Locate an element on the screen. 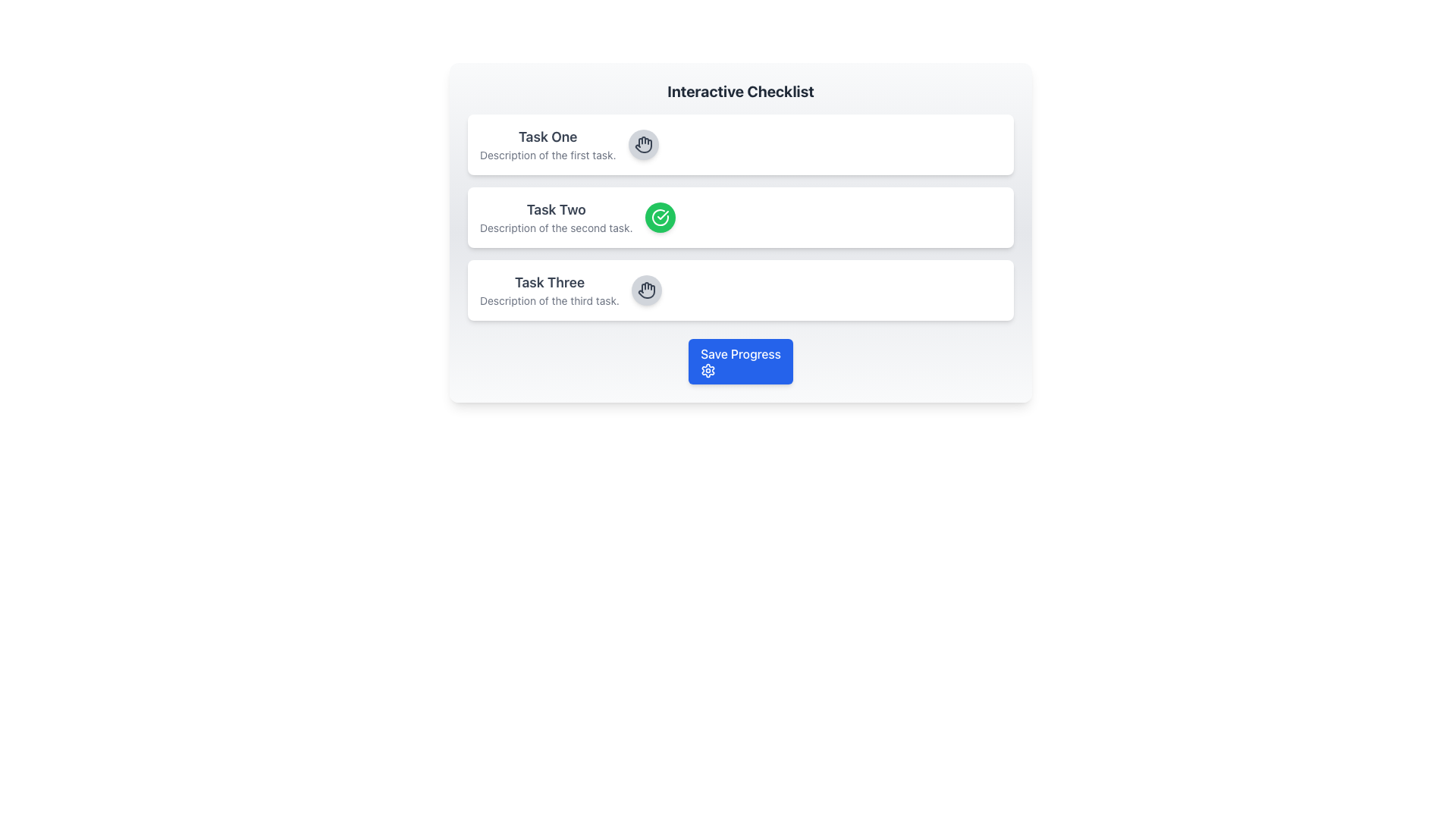  the checkmark icon in the green circular badge indicating a finished or approved state in the second task's row of the checklist interface is located at coordinates (662, 215).